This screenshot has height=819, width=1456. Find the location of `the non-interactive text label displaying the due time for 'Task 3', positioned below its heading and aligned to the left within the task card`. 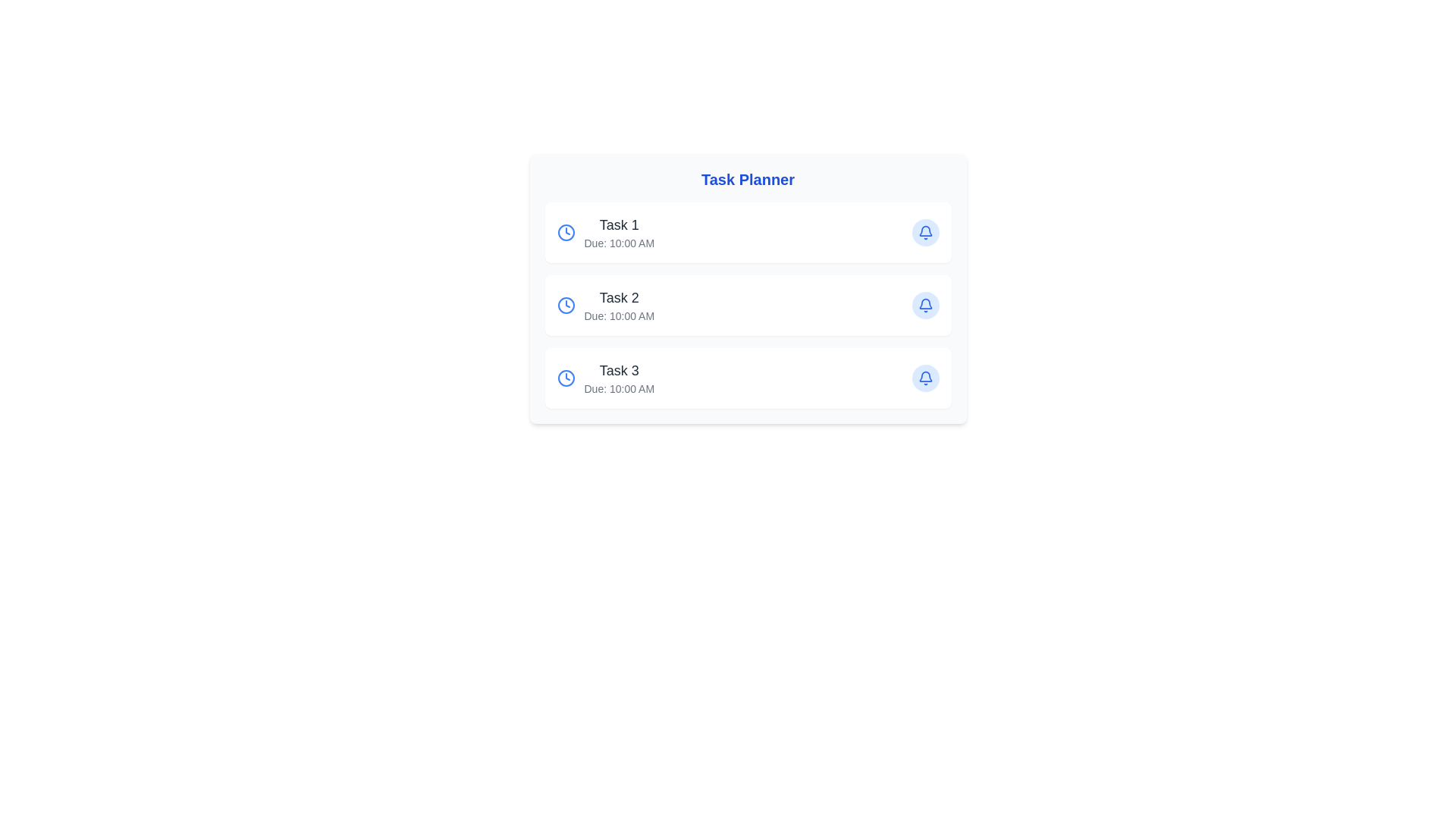

the non-interactive text label displaying the due time for 'Task 3', positioned below its heading and aligned to the left within the task card is located at coordinates (619, 388).